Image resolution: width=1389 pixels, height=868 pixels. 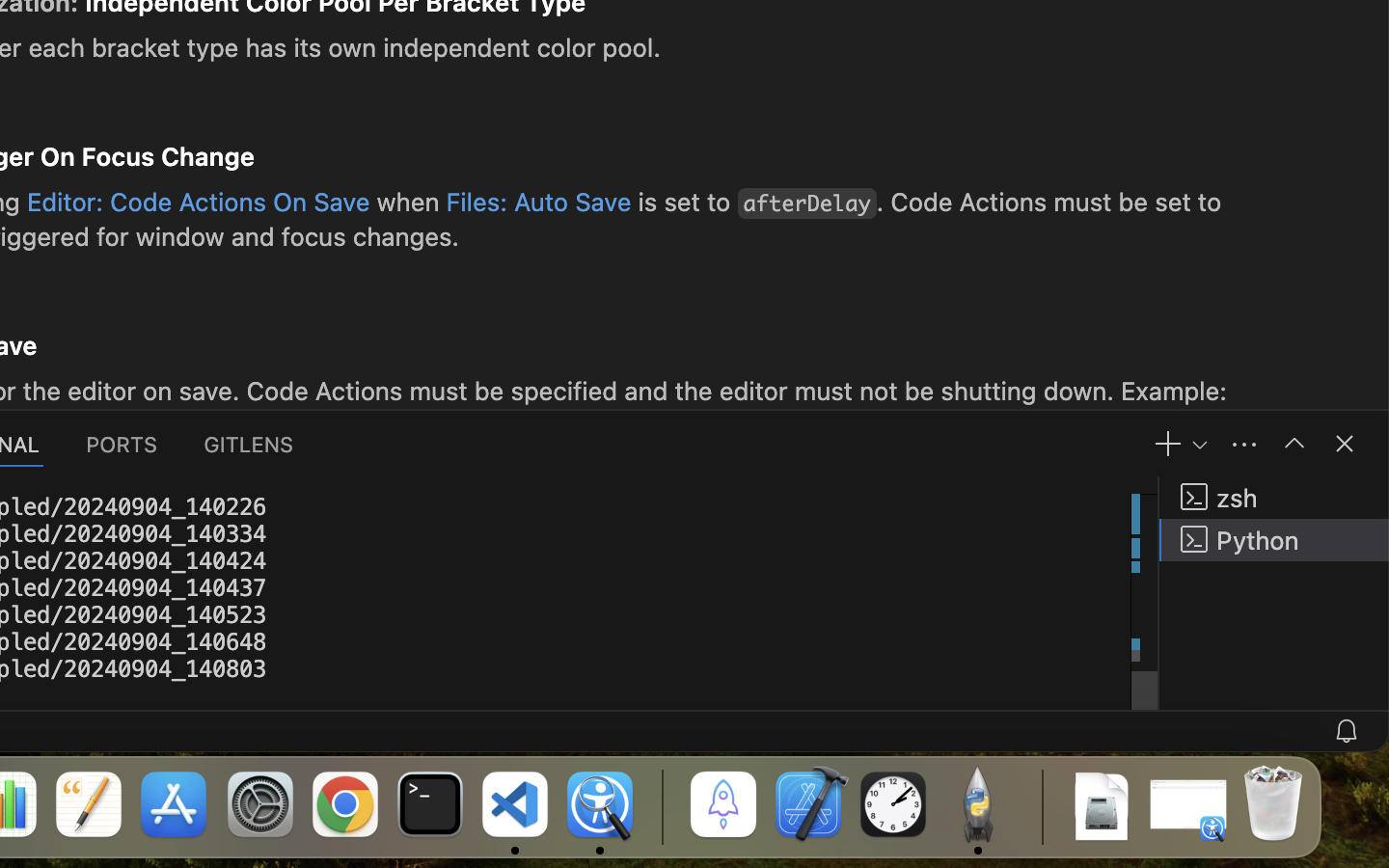 I want to click on '', so click(x=1293, y=442).